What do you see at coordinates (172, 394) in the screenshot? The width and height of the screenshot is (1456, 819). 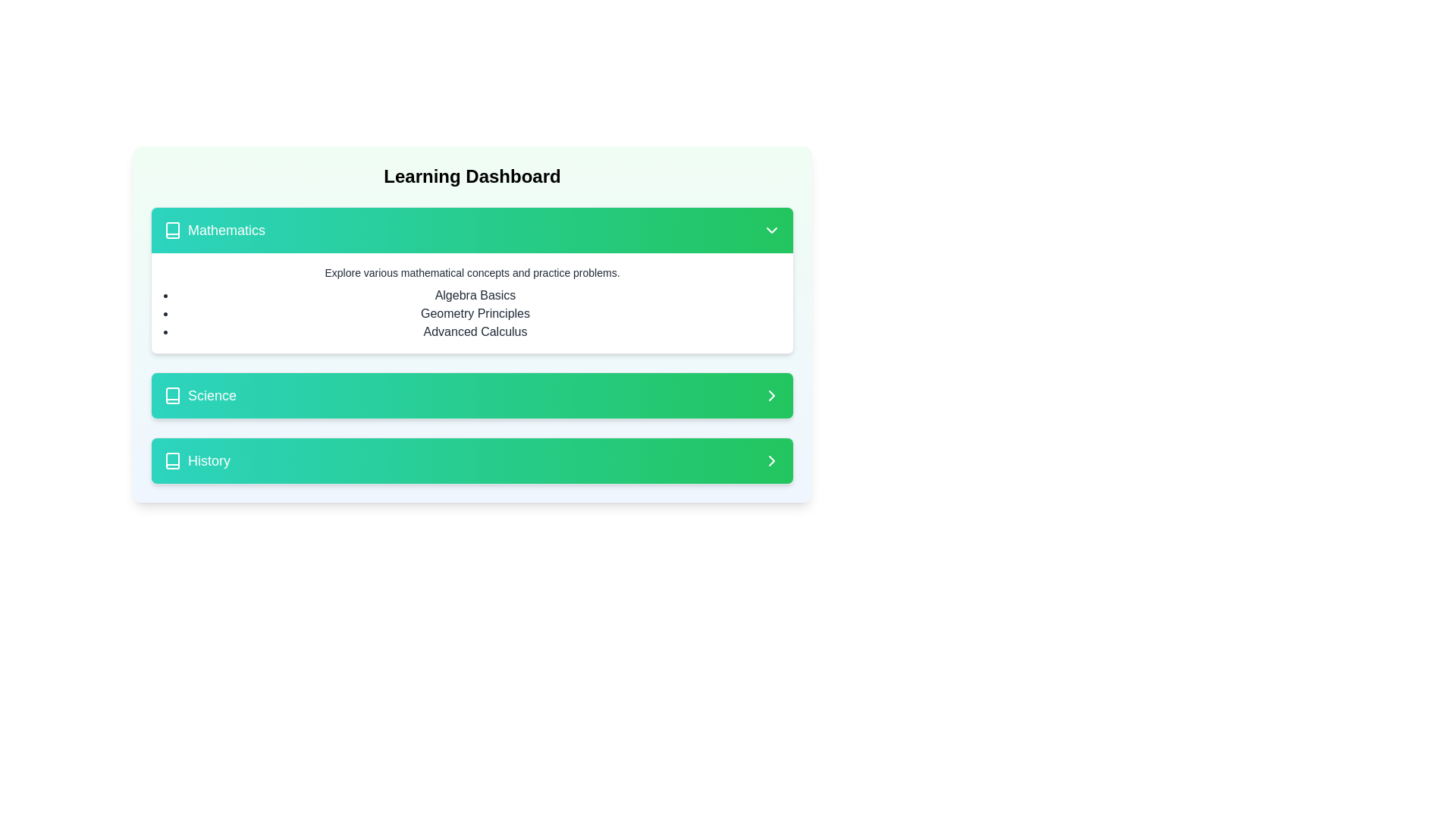 I see `the 'Science' category icon, which is a visual indicator located in the green band adjacent to its text label` at bounding box center [172, 394].